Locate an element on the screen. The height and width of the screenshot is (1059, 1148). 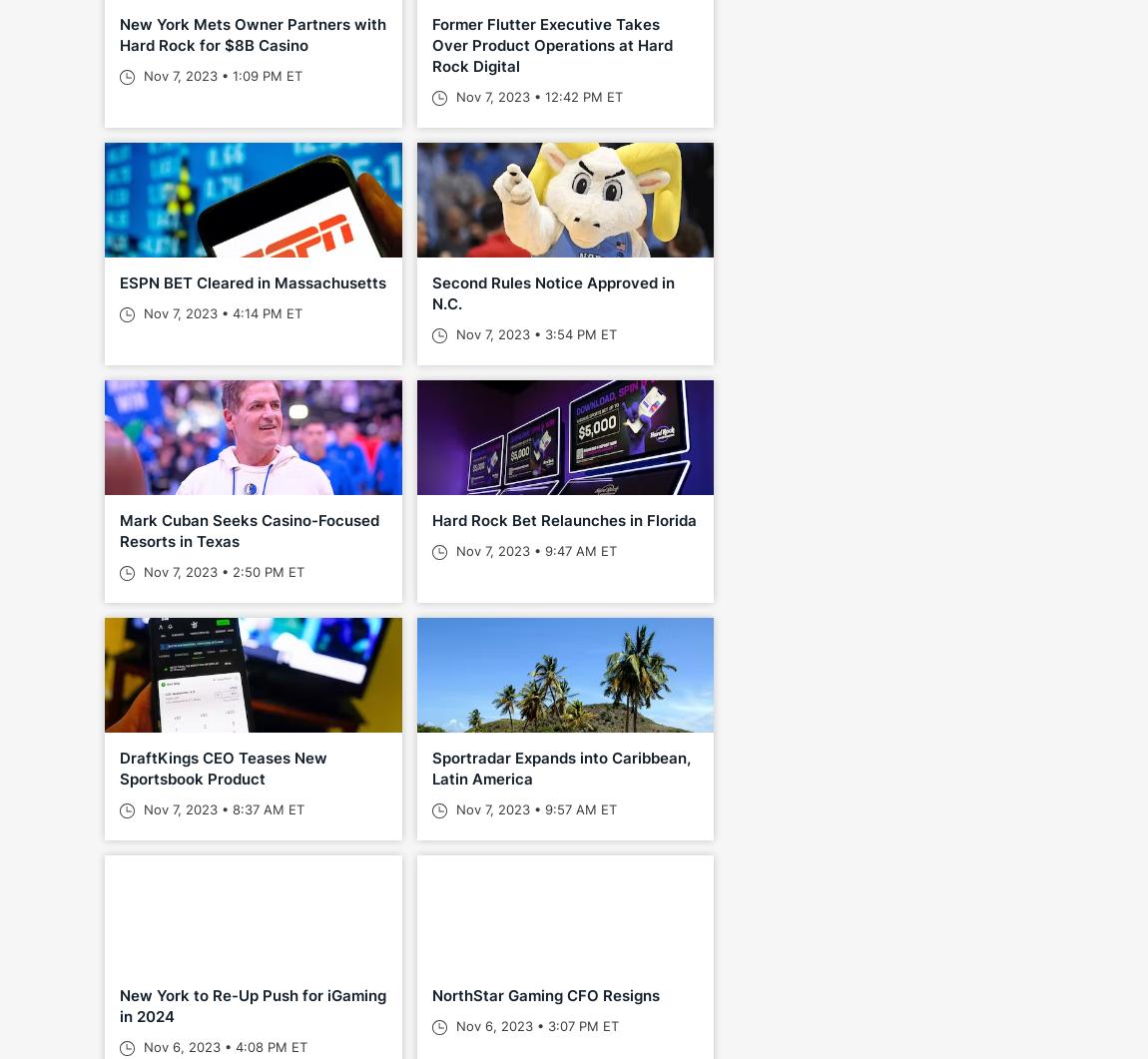
'Nov 7, 2023 • 9:57 AM ET' is located at coordinates (533, 809).